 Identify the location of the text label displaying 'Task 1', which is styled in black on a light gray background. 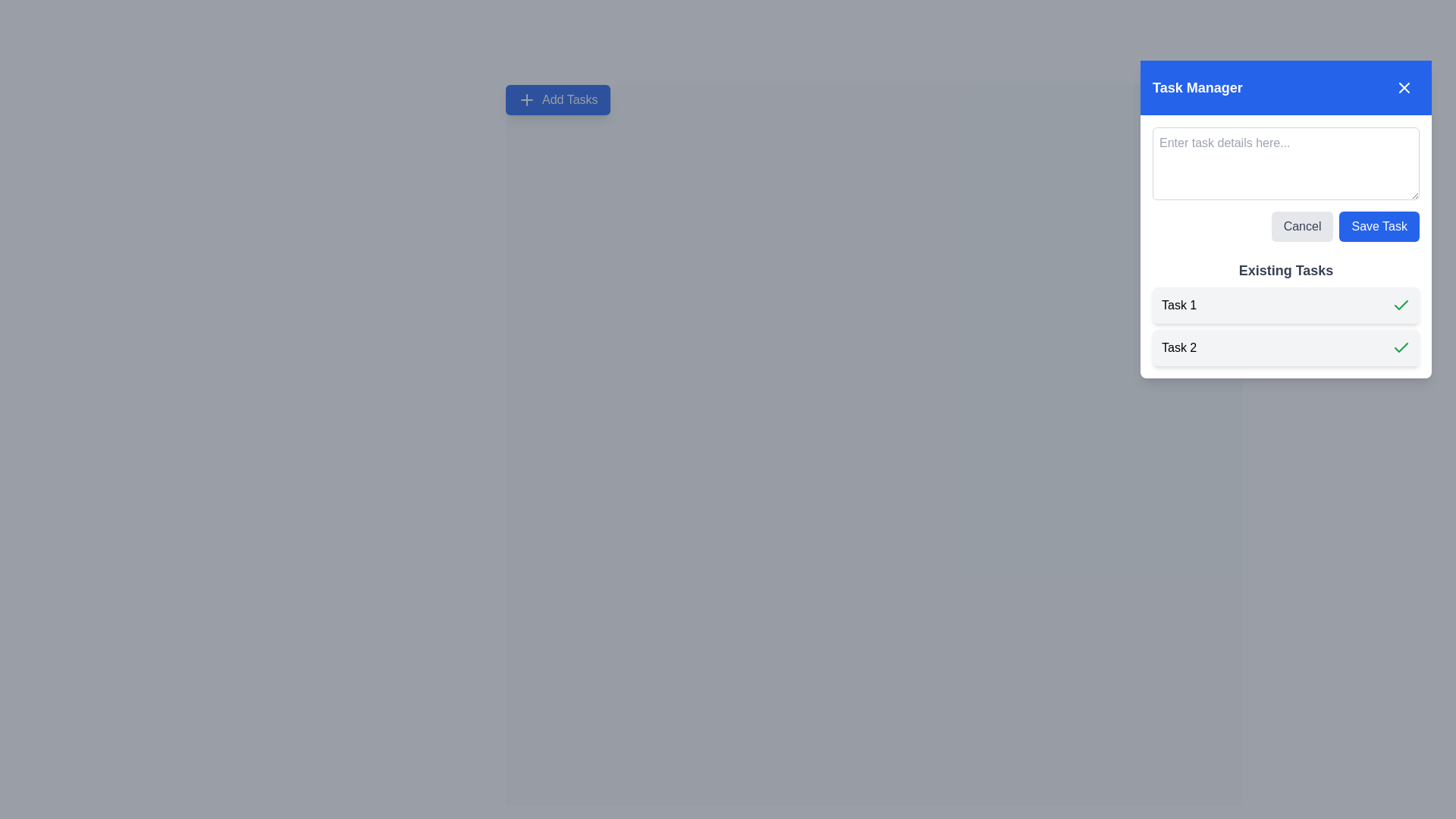
(1178, 305).